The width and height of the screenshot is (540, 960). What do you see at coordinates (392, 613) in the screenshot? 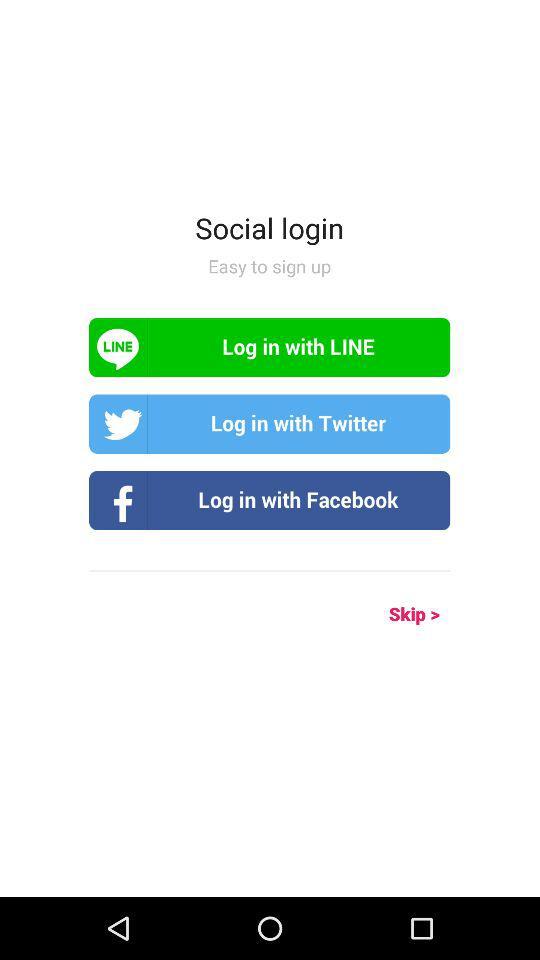
I see `the icon on the right` at bounding box center [392, 613].